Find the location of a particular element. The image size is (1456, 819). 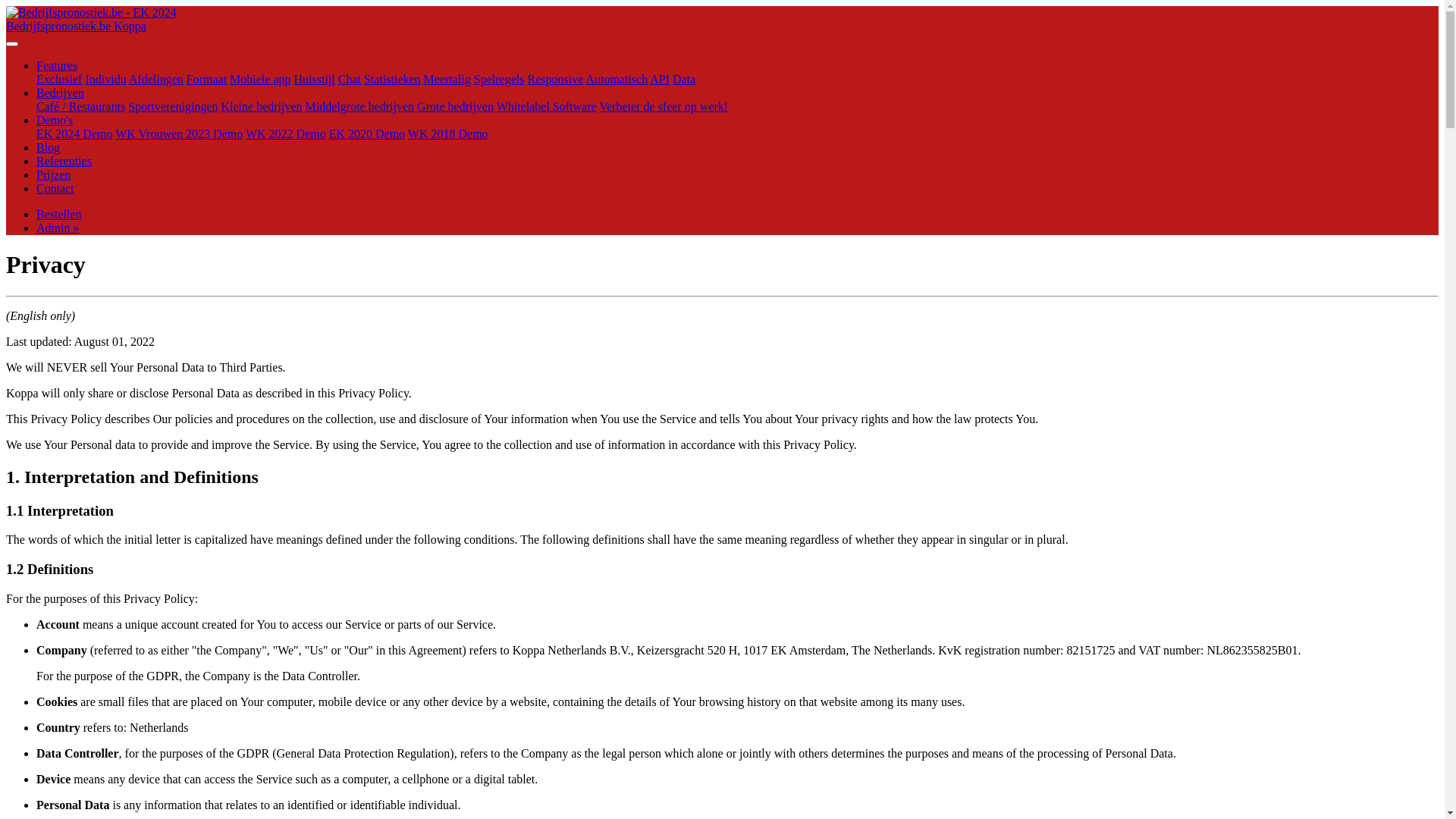

'Contact' is located at coordinates (55, 187).